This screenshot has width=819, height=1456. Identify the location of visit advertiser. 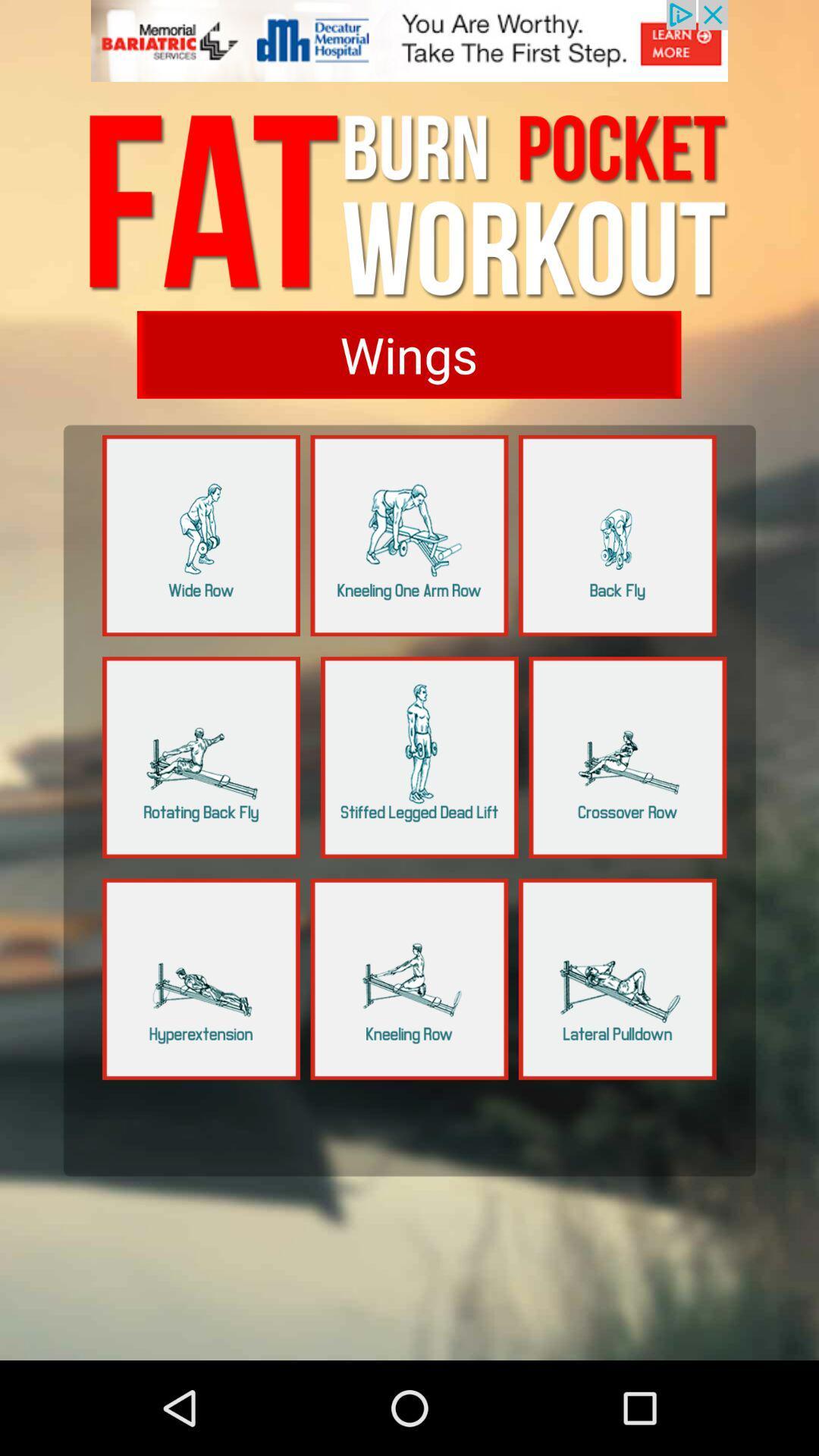
(409, 49).